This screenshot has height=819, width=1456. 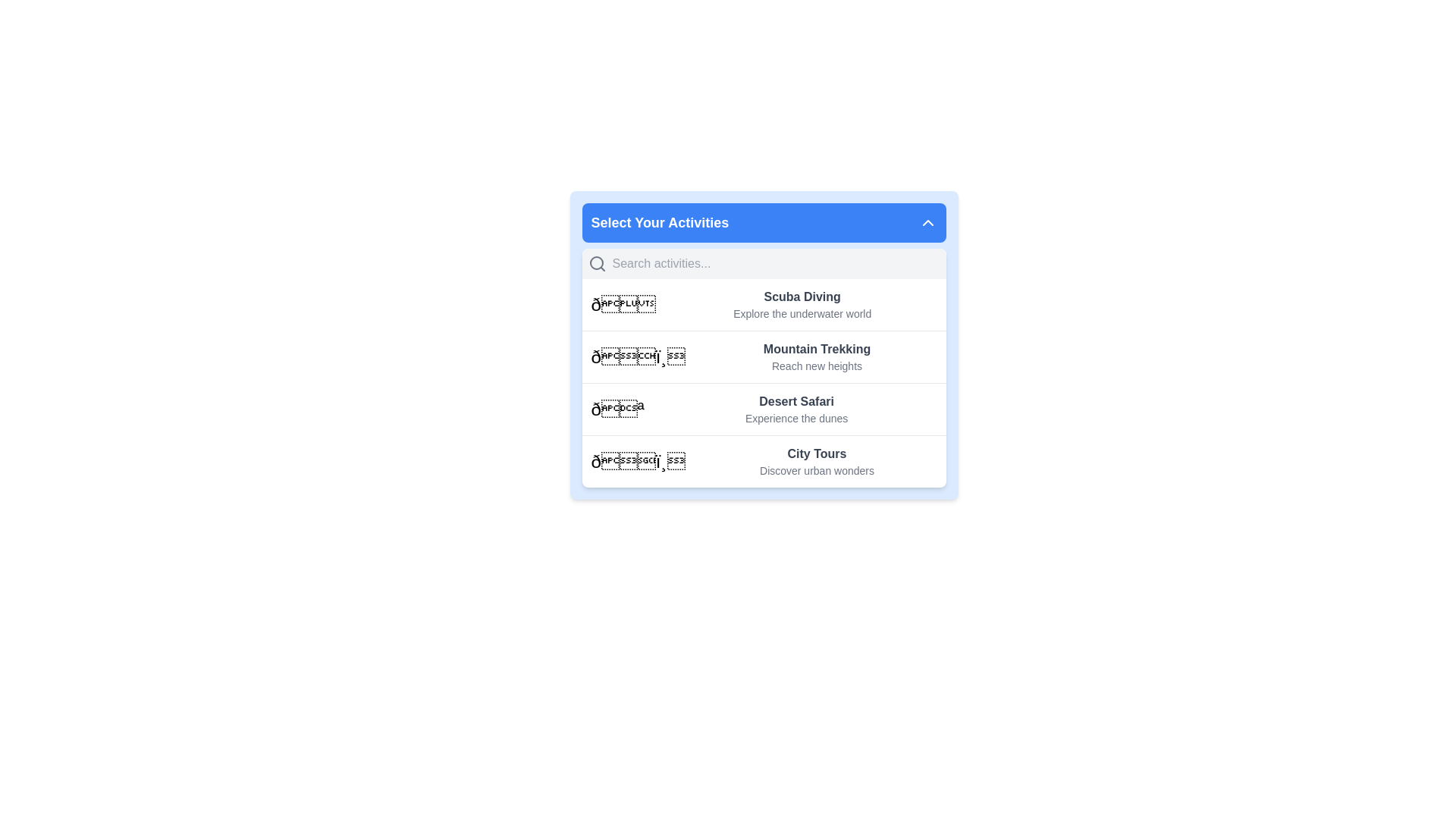 What do you see at coordinates (764, 304) in the screenshot?
I see `the selectable menu item titled 'Scuba Diving'` at bounding box center [764, 304].